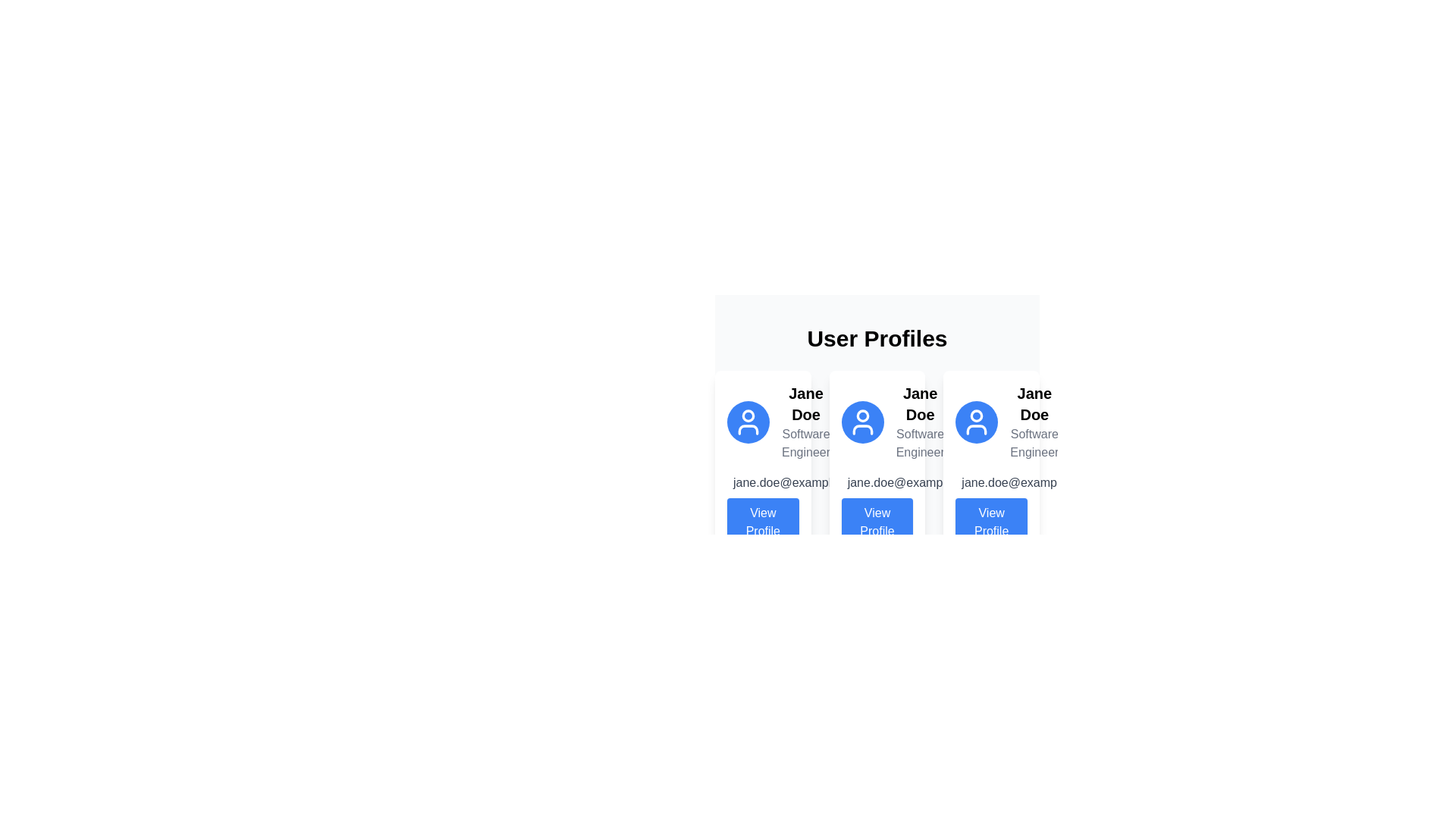 The height and width of the screenshot is (819, 1456). Describe the element at coordinates (877, 422) in the screenshot. I see `the Profile Icon representing 'Jane Doe' located in the second card under 'User Profiles'` at that location.